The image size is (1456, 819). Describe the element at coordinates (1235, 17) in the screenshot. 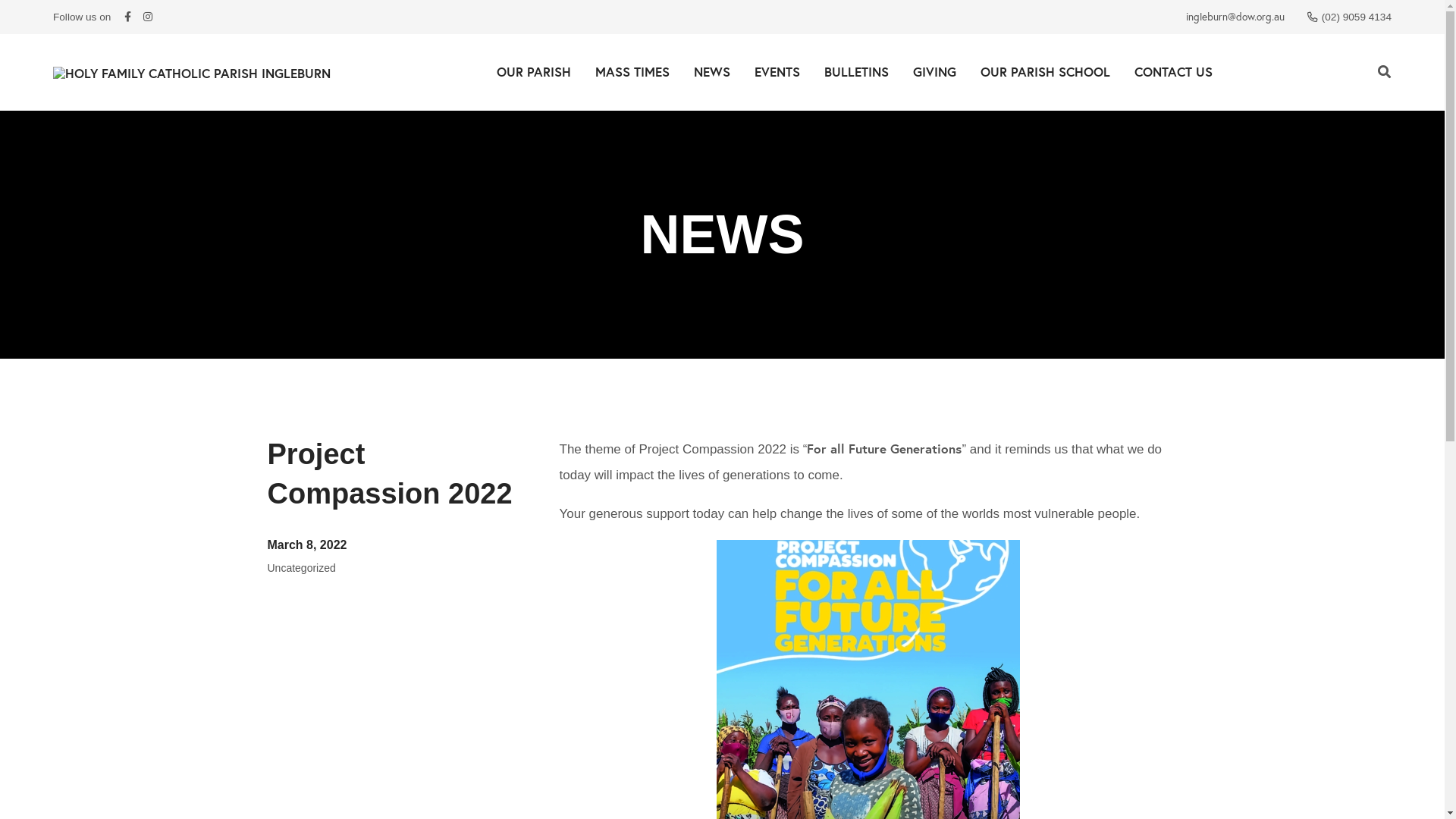

I see `'ingleburn@dow.org.au'` at that location.